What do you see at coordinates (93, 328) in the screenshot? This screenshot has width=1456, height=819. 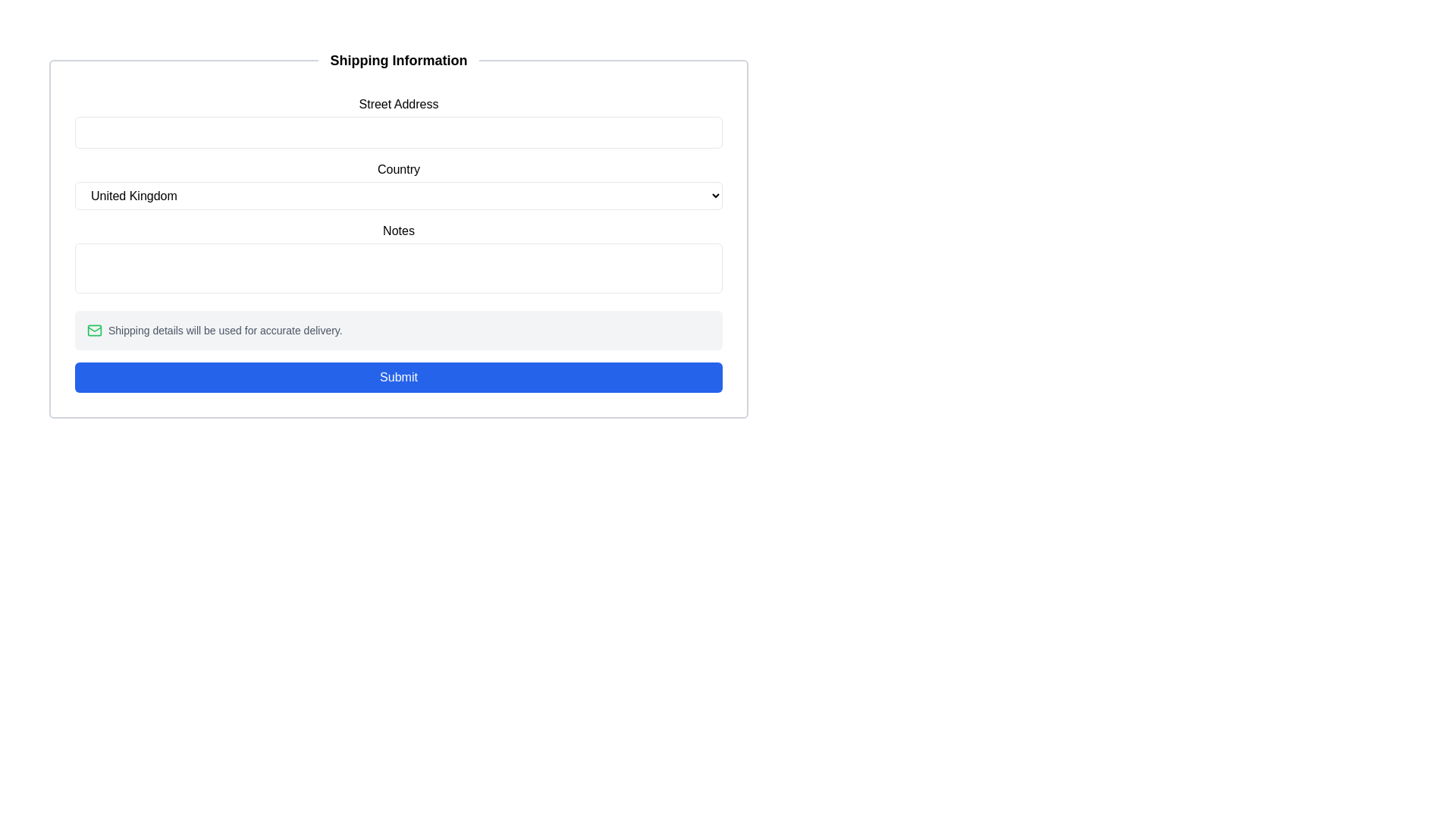 I see `the green triangular bottom flap of the envelope graphic, which is centrally positioned within the envelope's bounding box` at bounding box center [93, 328].